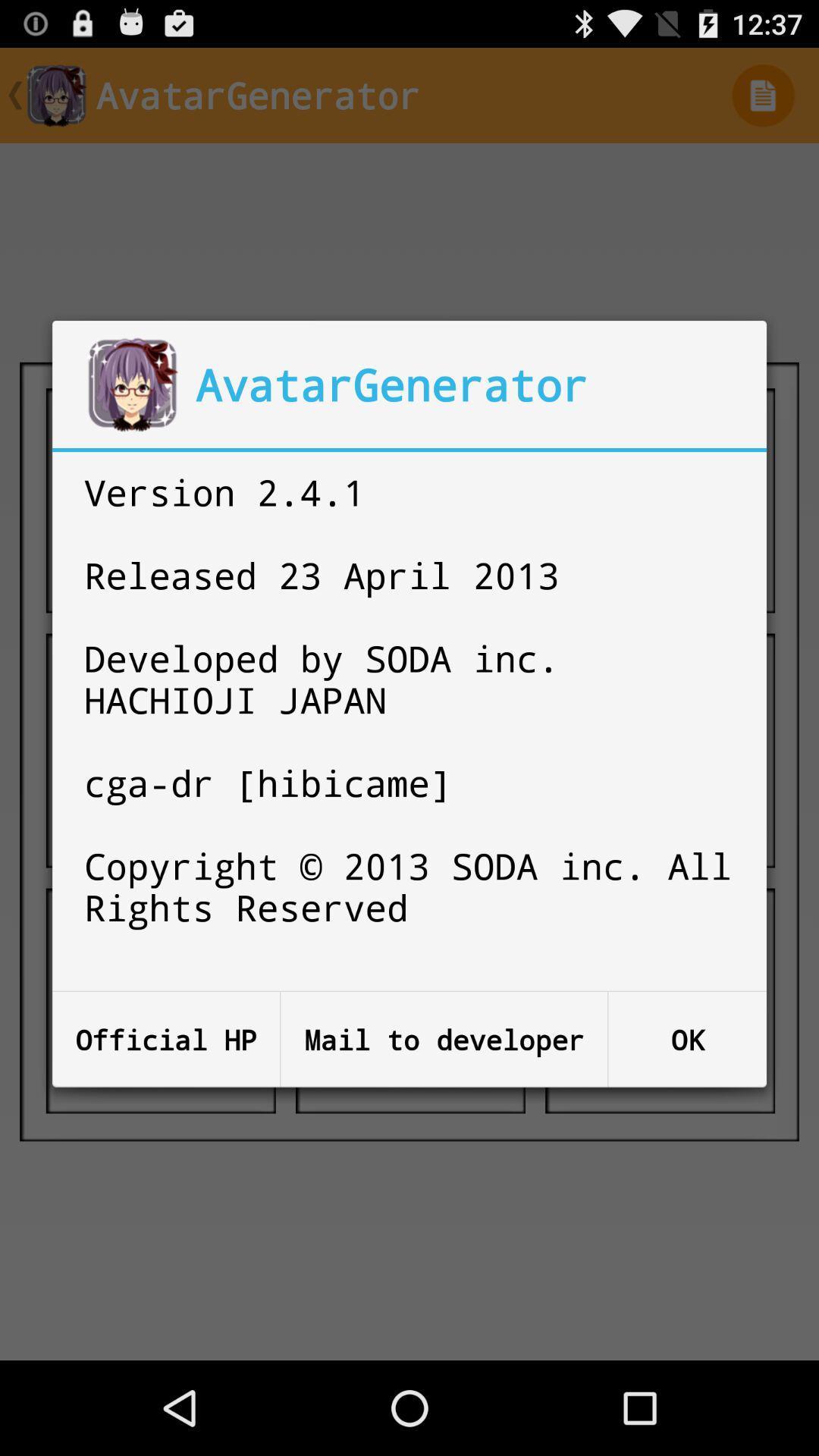 This screenshot has width=819, height=1456. Describe the element at coordinates (444, 1039) in the screenshot. I see `button next to ok` at that location.